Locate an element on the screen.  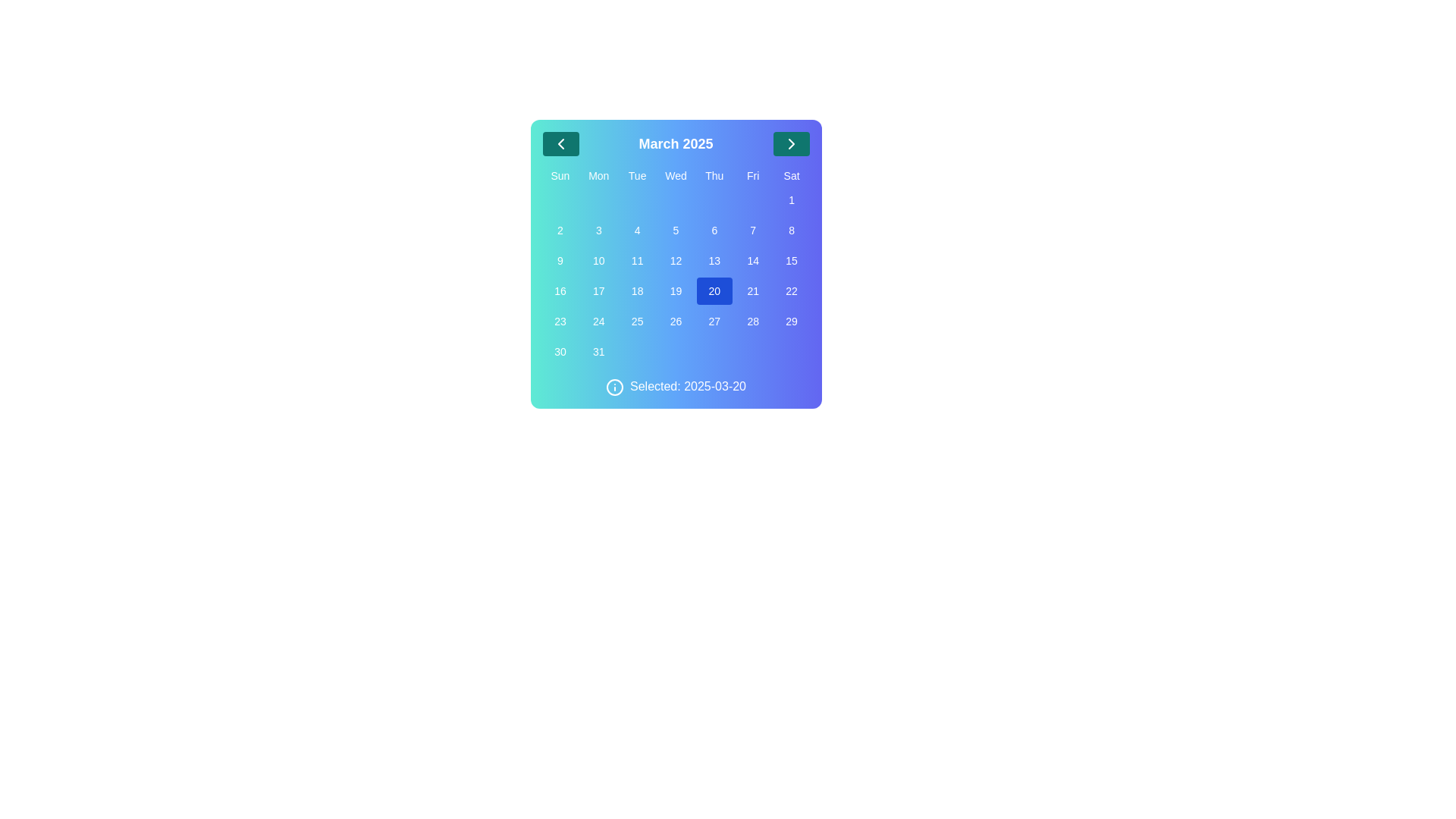
the button representing the date March 3, 2025, located in the second column under 'Mon' in the March 2025 calendar is located at coordinates (598, 231).